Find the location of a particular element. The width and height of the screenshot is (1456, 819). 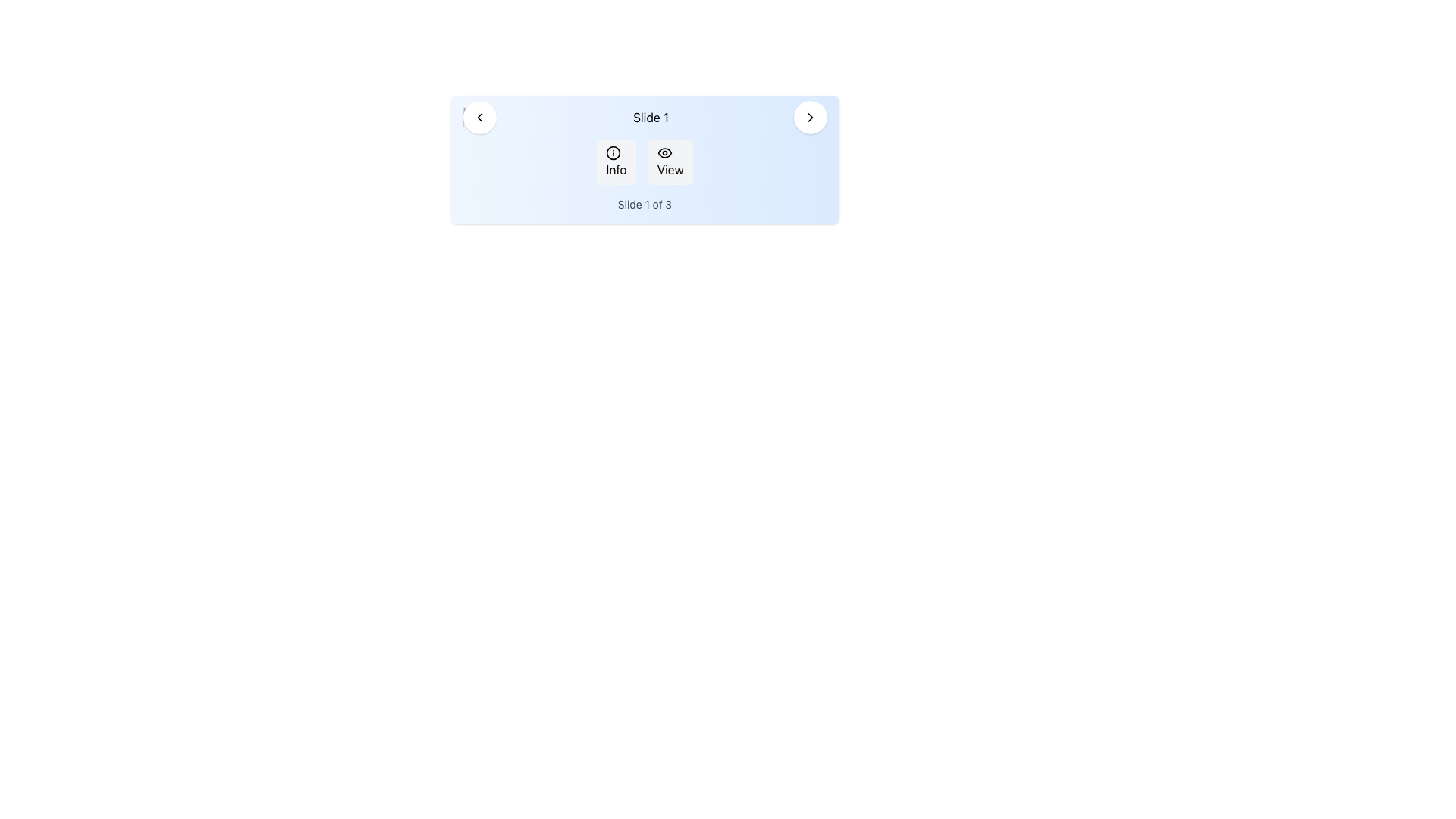

the 'Info' button, which is a rectangular button with rounded corners and a light gray background containing a black circular information icon and the label 'Info' is located at coordinates (616, 162).